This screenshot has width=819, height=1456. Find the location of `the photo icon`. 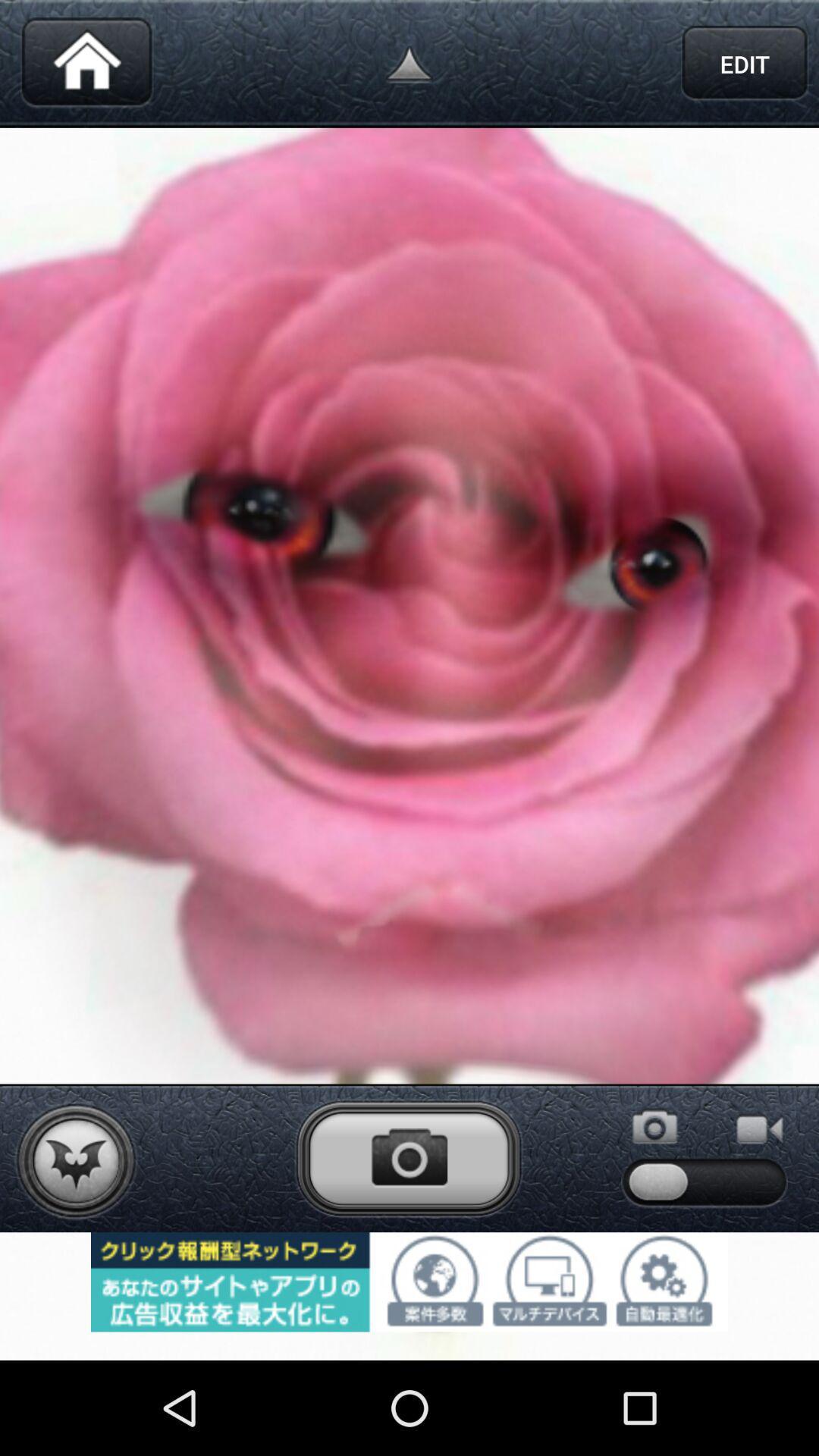

the photo icon is located at coordinates (408, 1239).